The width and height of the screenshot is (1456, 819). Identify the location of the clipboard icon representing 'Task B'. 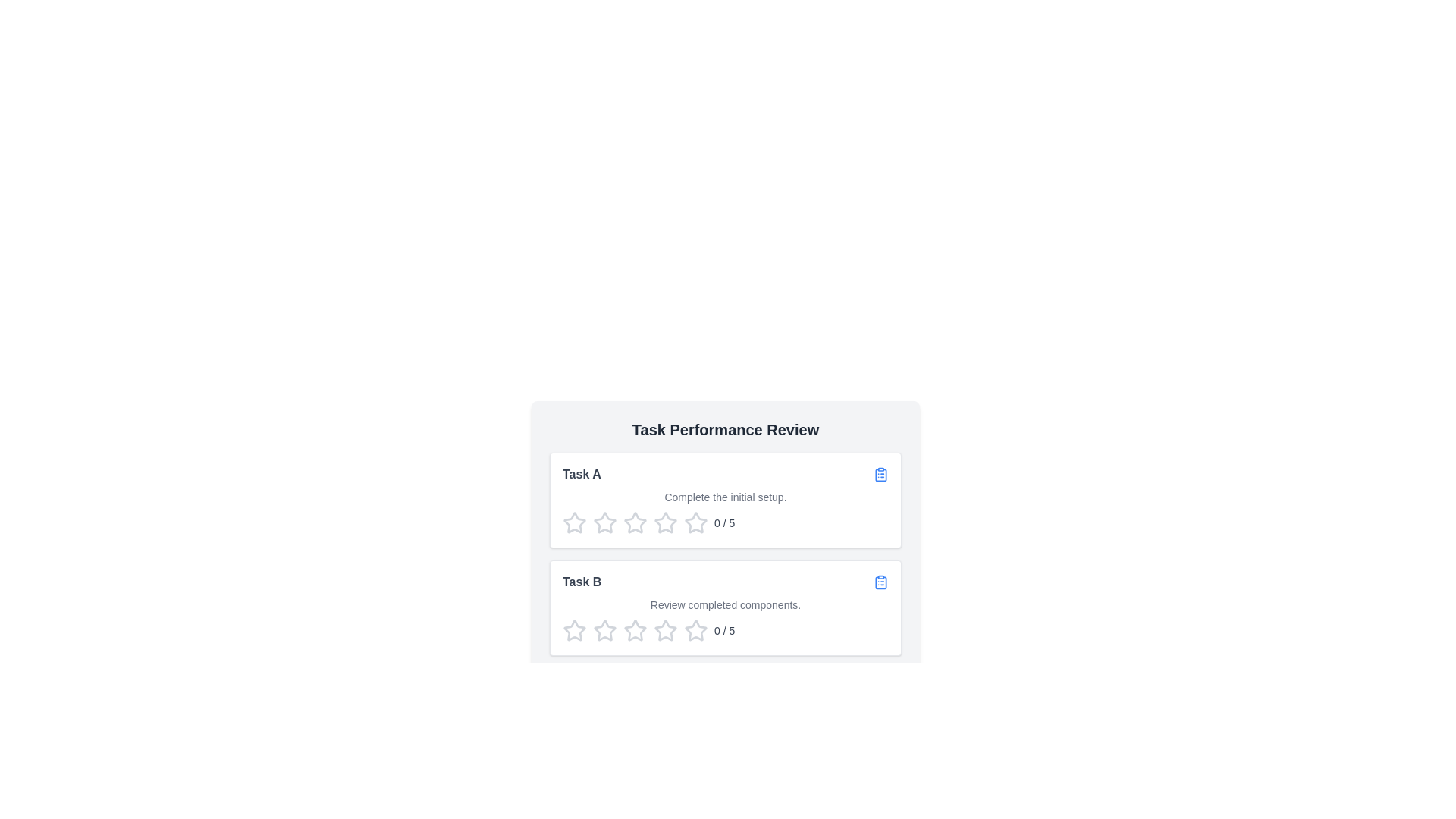
(880, 581).